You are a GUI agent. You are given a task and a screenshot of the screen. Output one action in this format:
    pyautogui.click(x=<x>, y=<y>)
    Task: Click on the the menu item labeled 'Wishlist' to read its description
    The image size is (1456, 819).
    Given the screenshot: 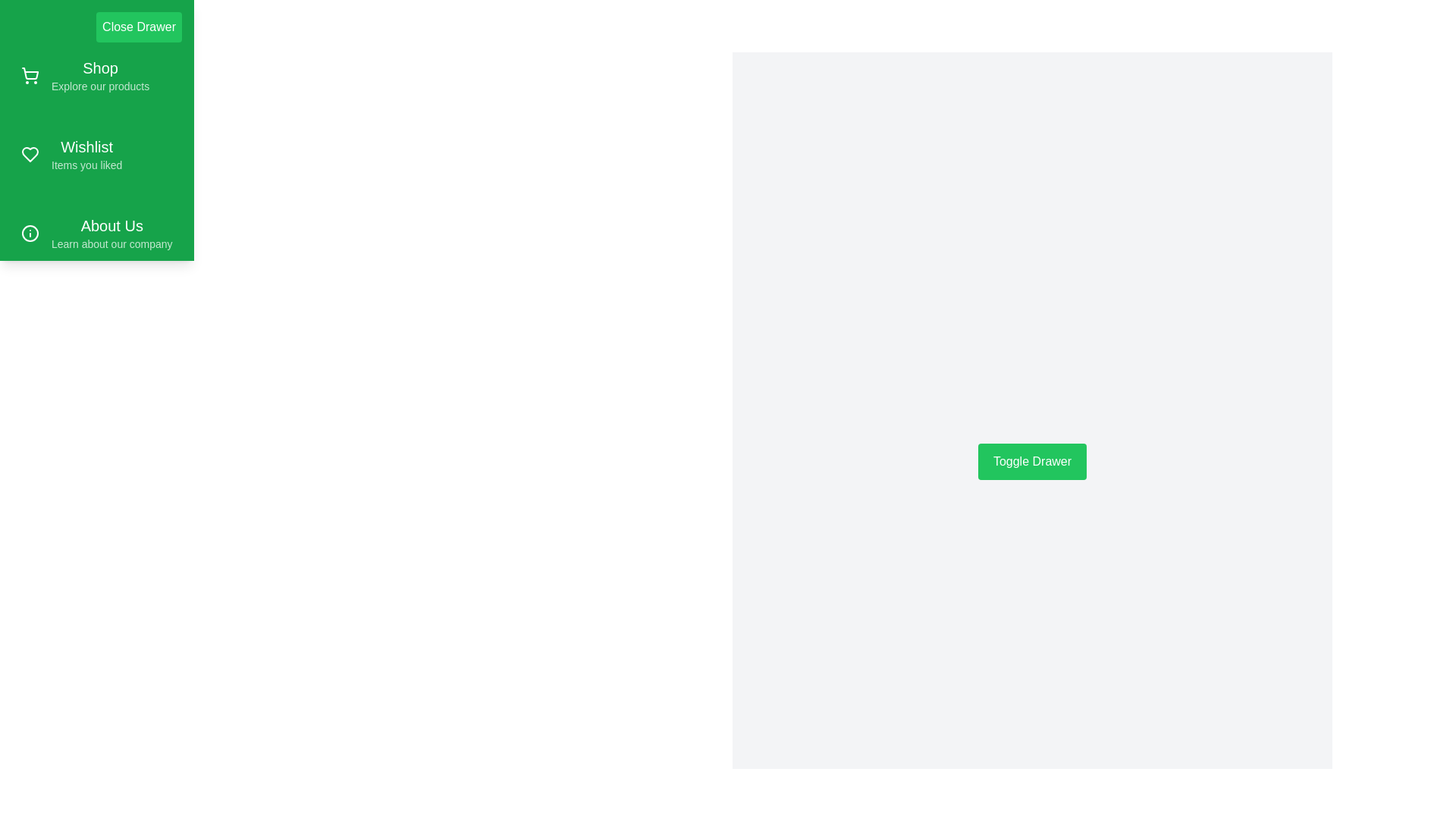 What is the action you would take?
    pyautogui.click(x=96, y=155)
    